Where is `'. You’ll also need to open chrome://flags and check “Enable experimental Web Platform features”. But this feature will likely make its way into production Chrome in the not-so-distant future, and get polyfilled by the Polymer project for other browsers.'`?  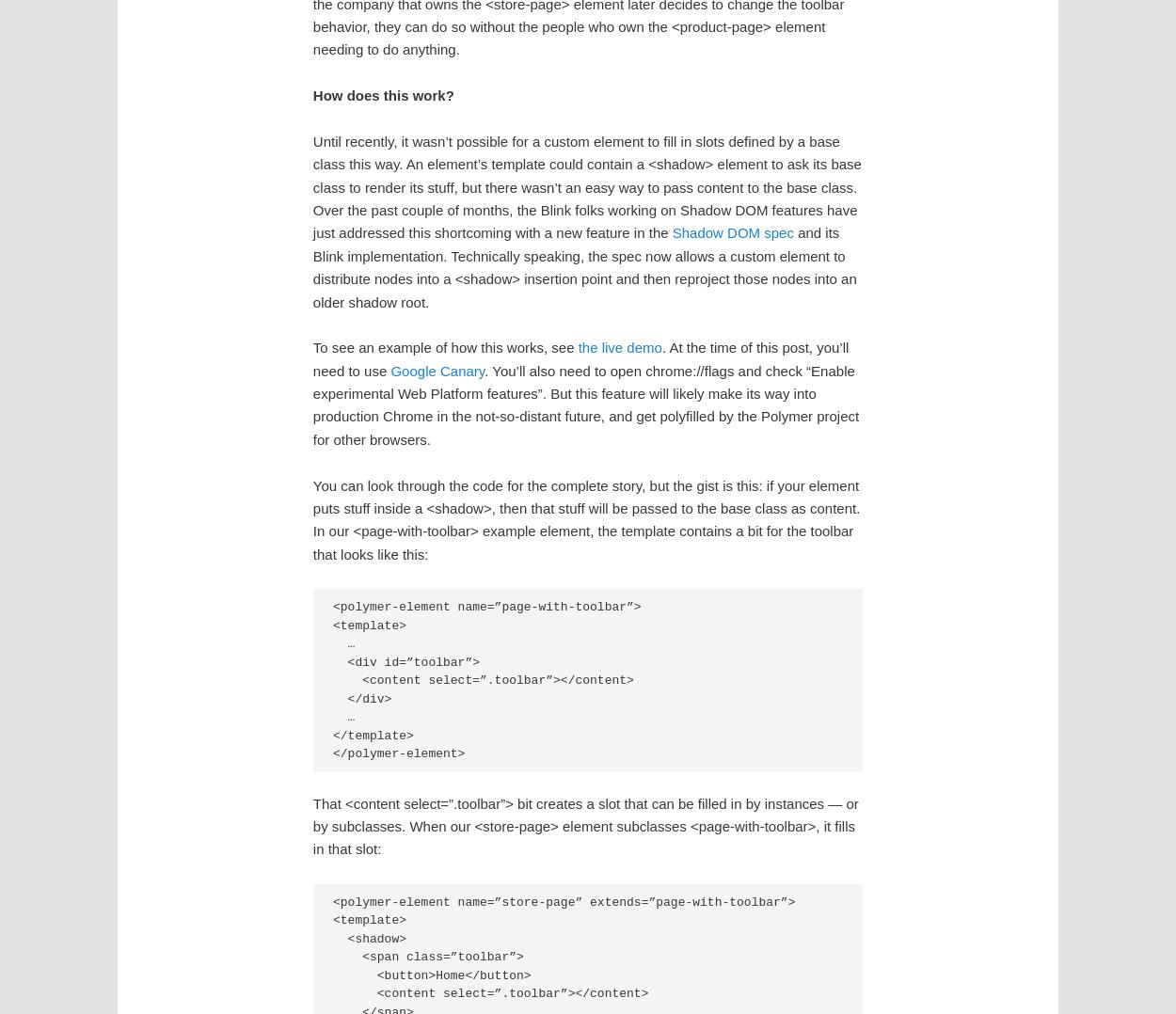
'. You’ll also need to open chrome://flags and check “Enable experimental Web Platform features”. But this feature will likely make its way into production Chrome in the not-so-distant future, and get polyfilled by the Polymer project for other browsers.' is located at coordinates (584, 404).